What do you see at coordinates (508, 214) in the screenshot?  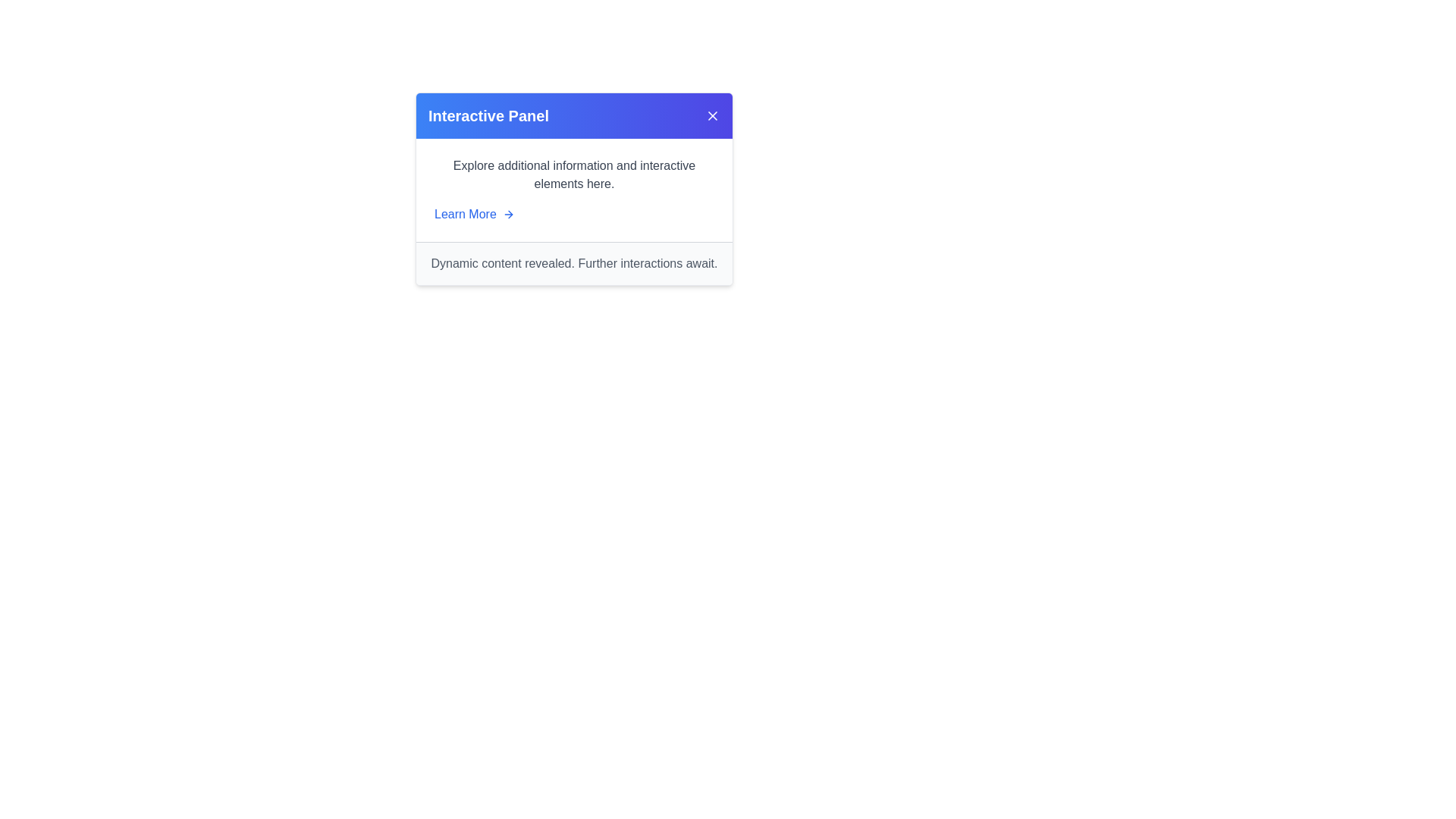 I see `the rightward-pointing arrow icon with a blue outline located next to the 'Learn More' text link` at bounding box center [508, 214].